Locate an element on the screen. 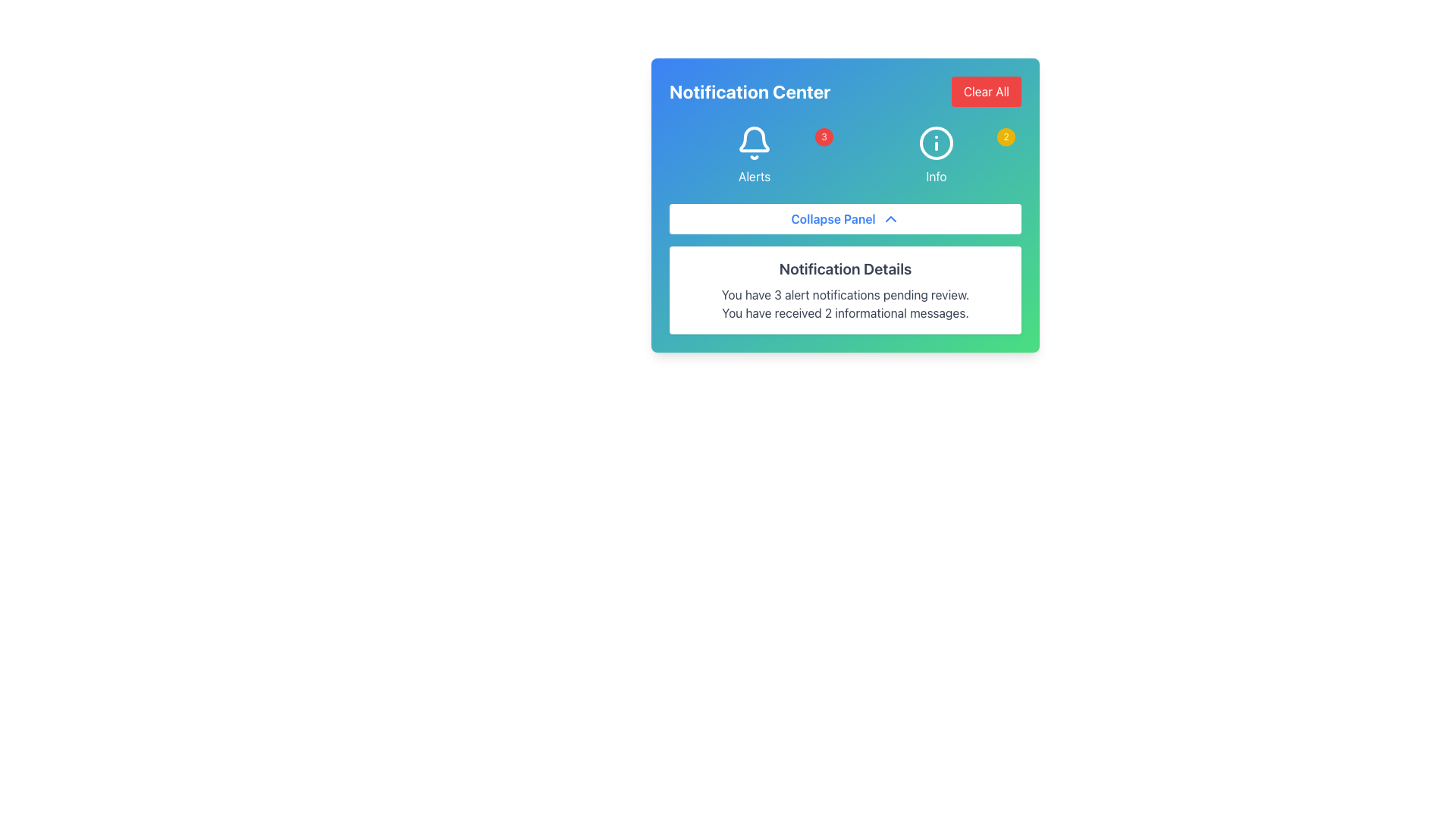 The height and width of the screenshot is (819, 1456). the Notification Badge, which is a rounded, yellow badge displaying the number '2' in white text, located at the top-right corner of the 'Info' icon is located at coordinates (1006, 137).